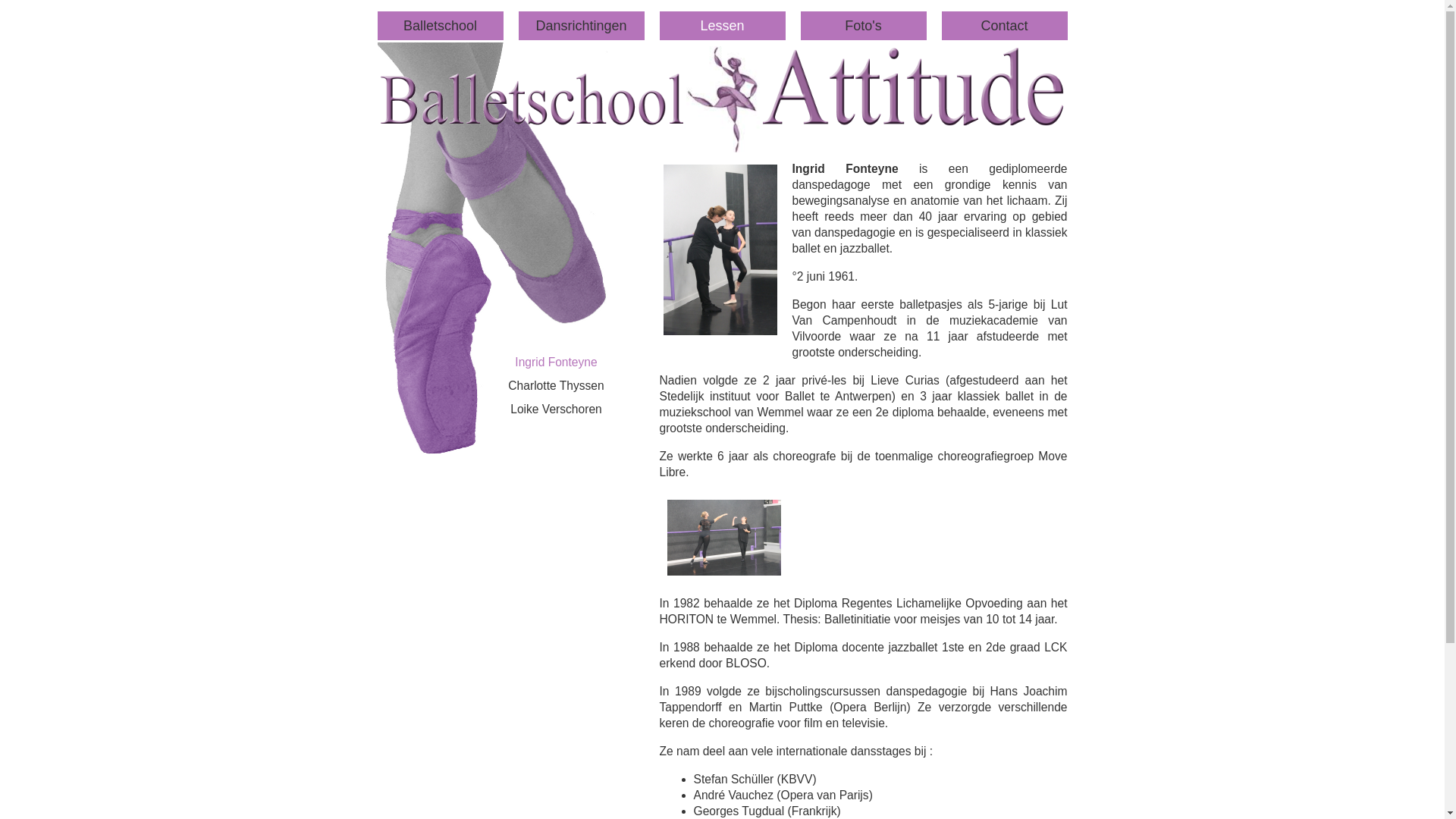 The height and width of the screenshot is (819, 1456). I want to click on 'Lessen', so click(659, 26).